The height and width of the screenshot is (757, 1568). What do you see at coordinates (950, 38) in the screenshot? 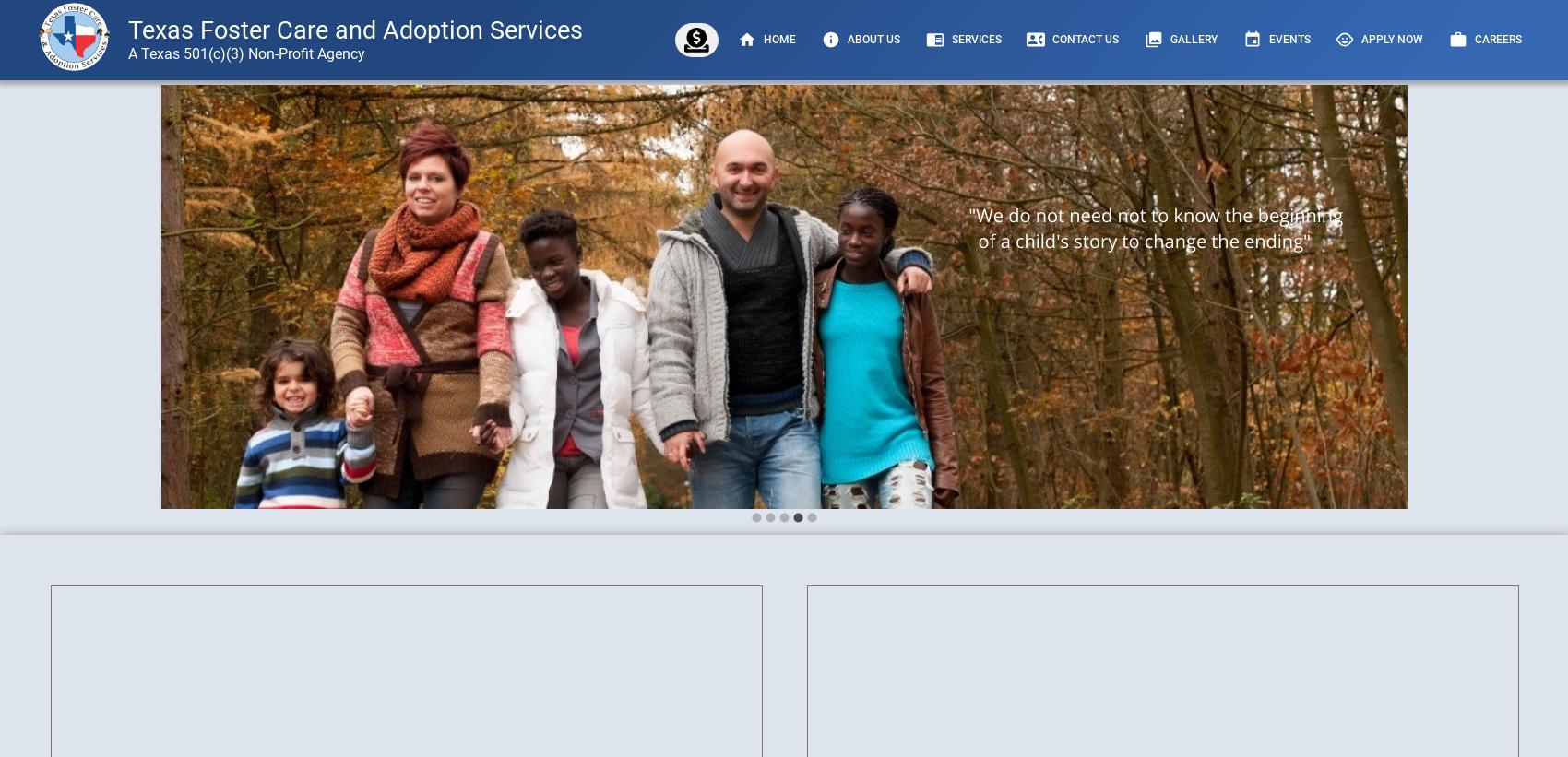
I see `'Services'` at bounding box center [950, 38].